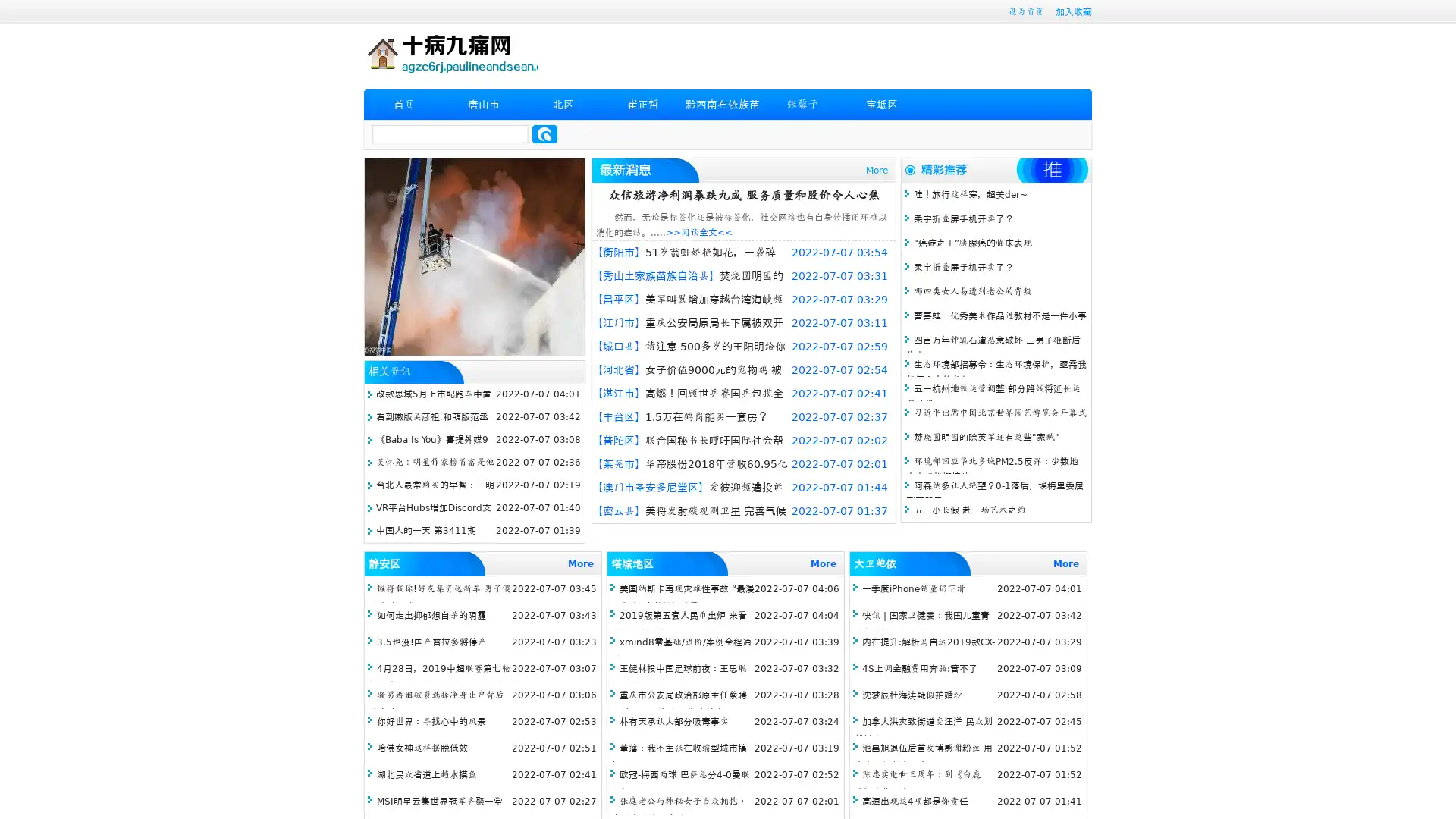 This screenshot has height=819, width=1456. What do you see at coordinates (544, 133) in the screenshot?
I see `Search` at bounding box center [544, 133].